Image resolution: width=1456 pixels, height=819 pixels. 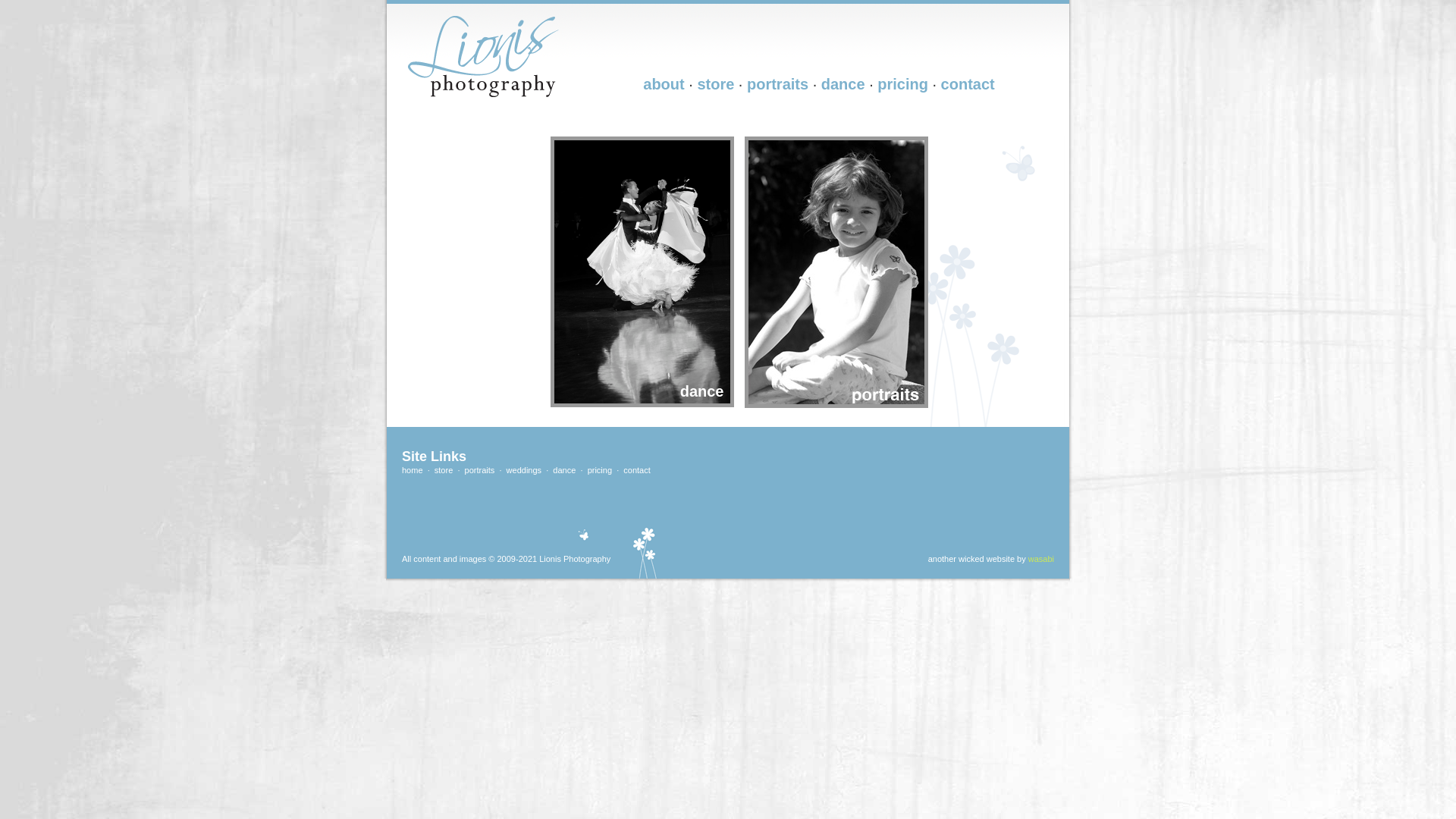 What do you see at coordinates (902, 84) in the screenshot?
I see `'pricing'` at bounding box center [902, 84].